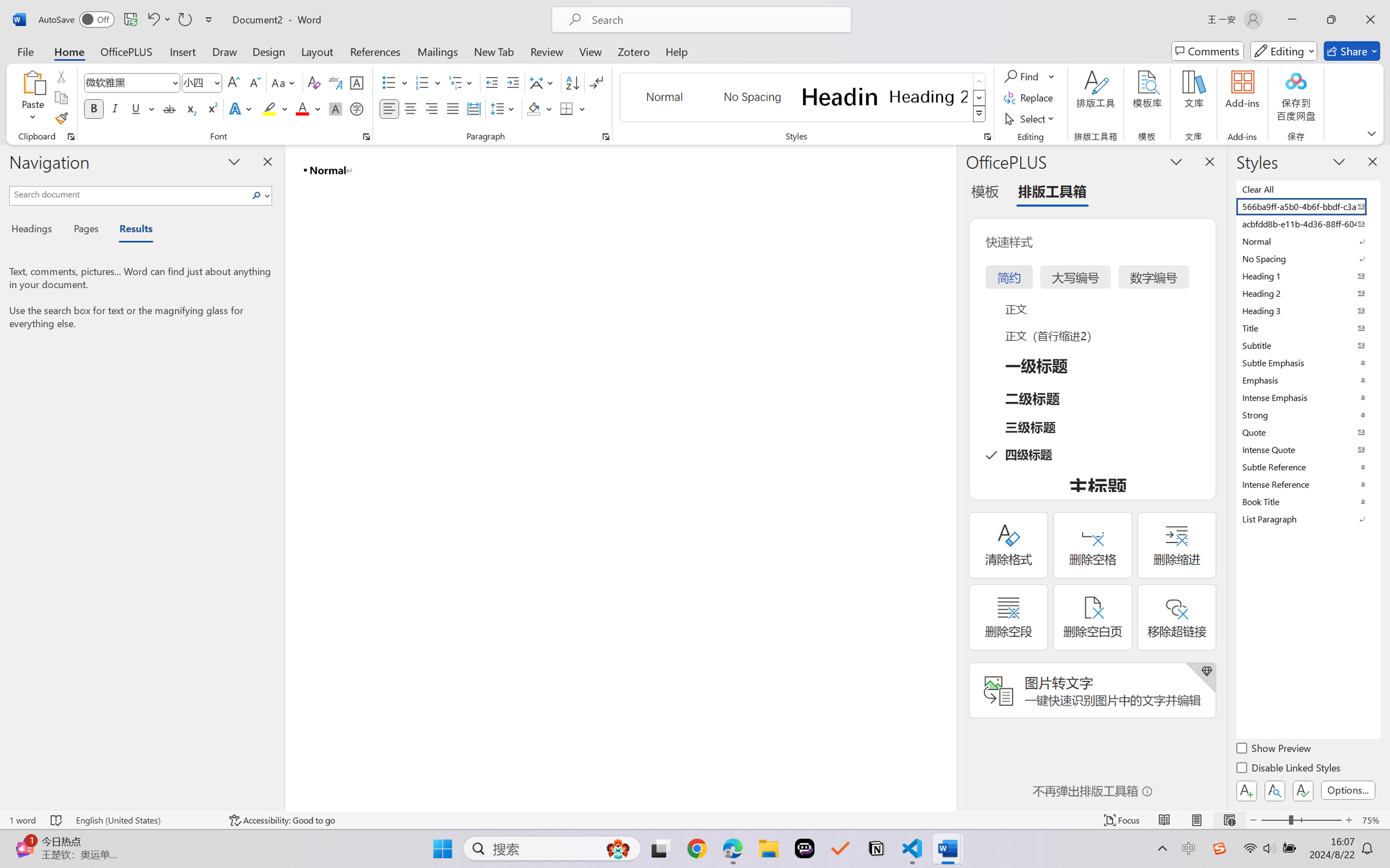 The height and width of the screenshot is (868, 1390). Describe the element at coordinates (1274, 749) in the screenshot. I see `'Show Preview'` at that location.